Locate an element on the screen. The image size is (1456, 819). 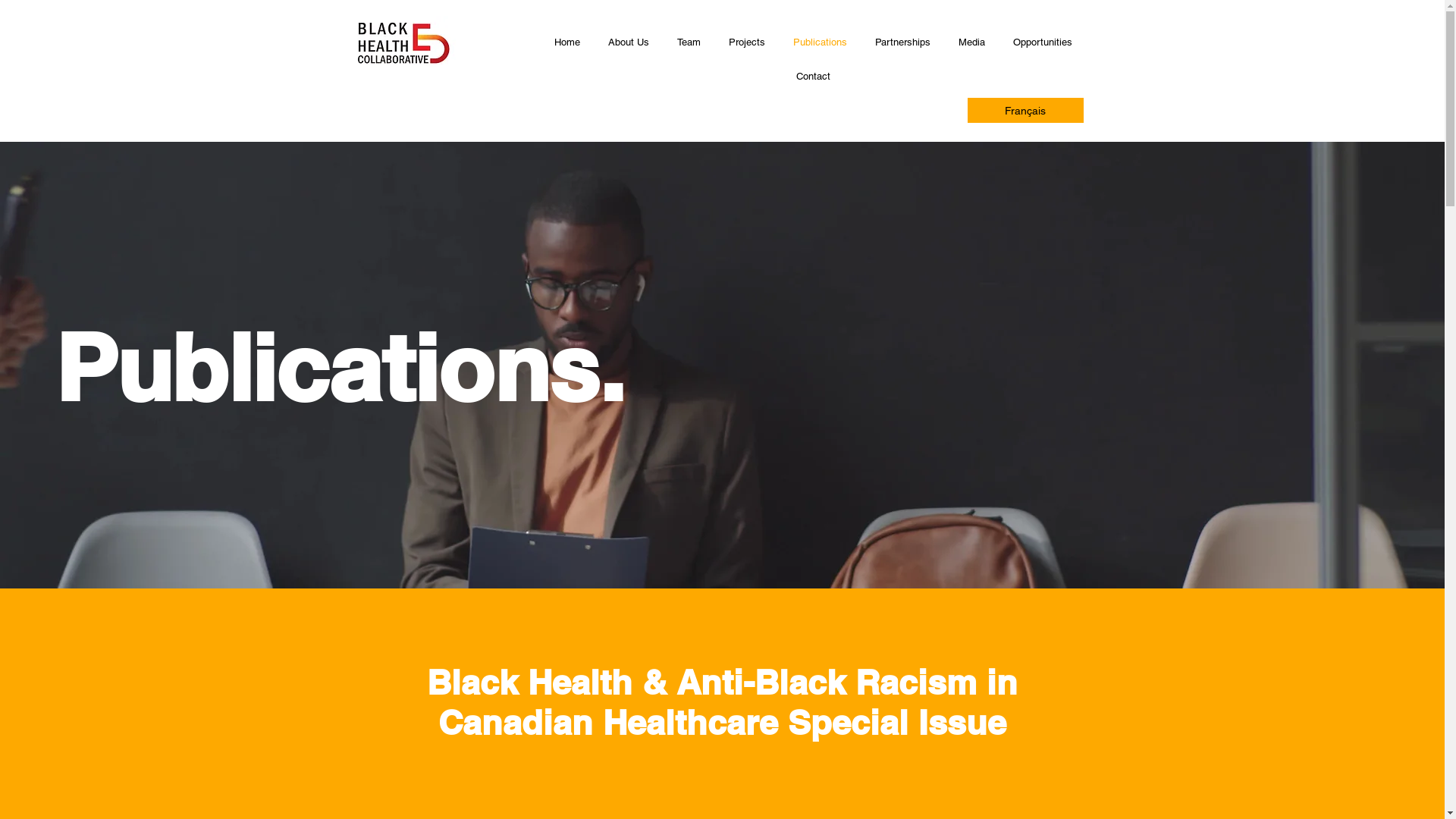
'Home' is located at coordinates (566, 42).